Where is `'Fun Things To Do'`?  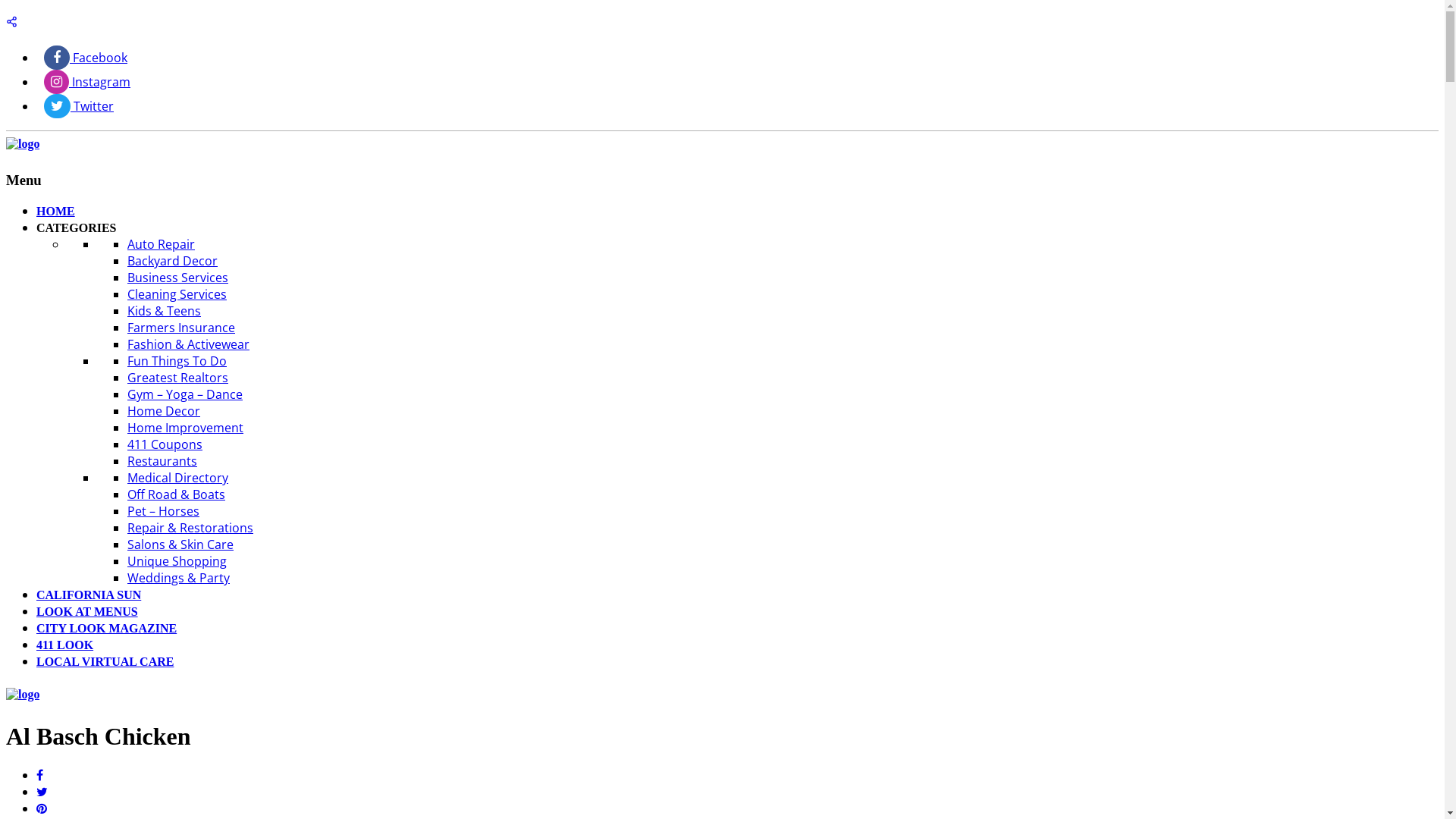
'Fun Things To Do' is located at coordinates (177, 360).